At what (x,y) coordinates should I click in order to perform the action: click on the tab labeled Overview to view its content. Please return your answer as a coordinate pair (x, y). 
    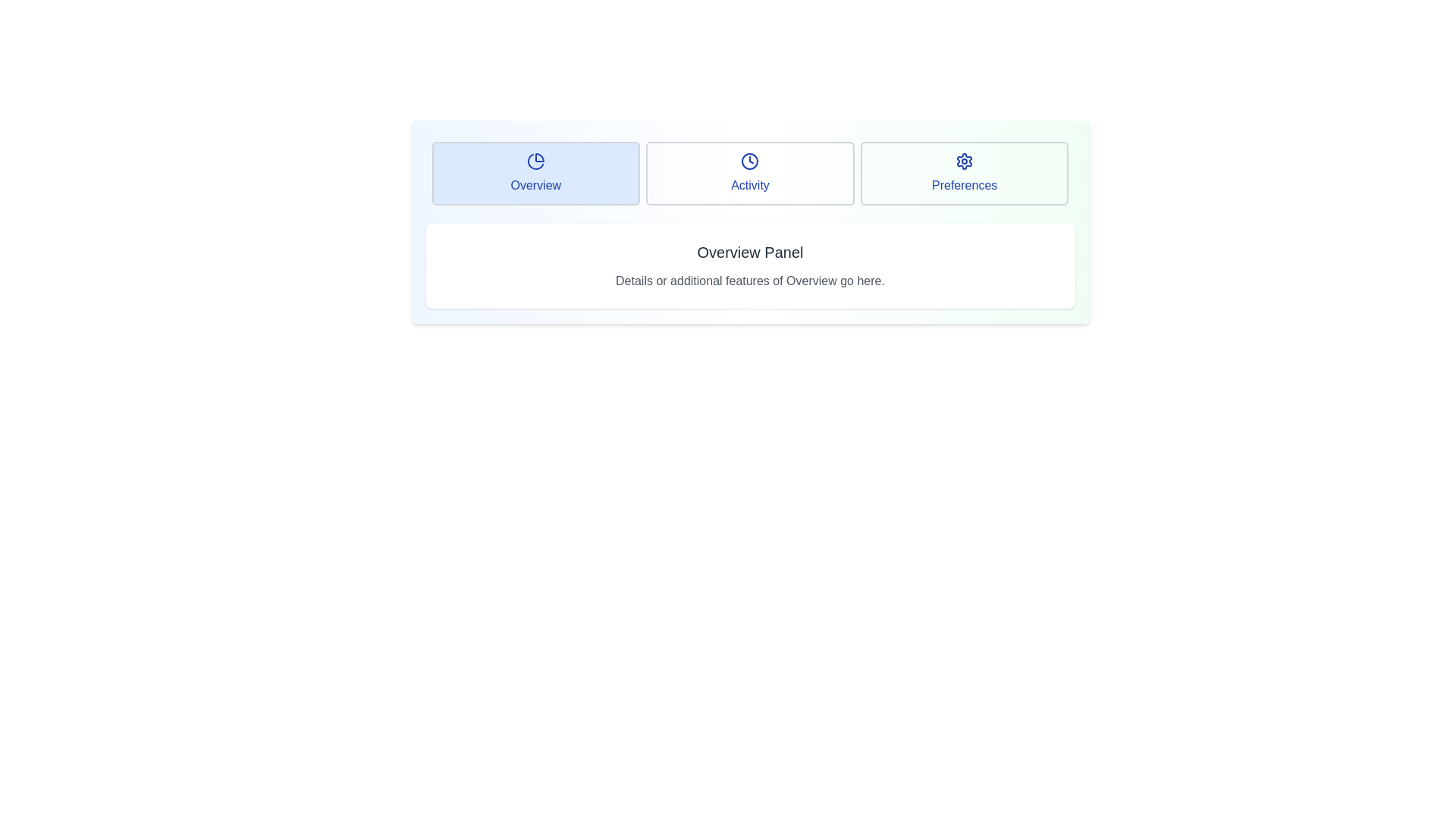
    Looking at the image, I should click on (535, 172).